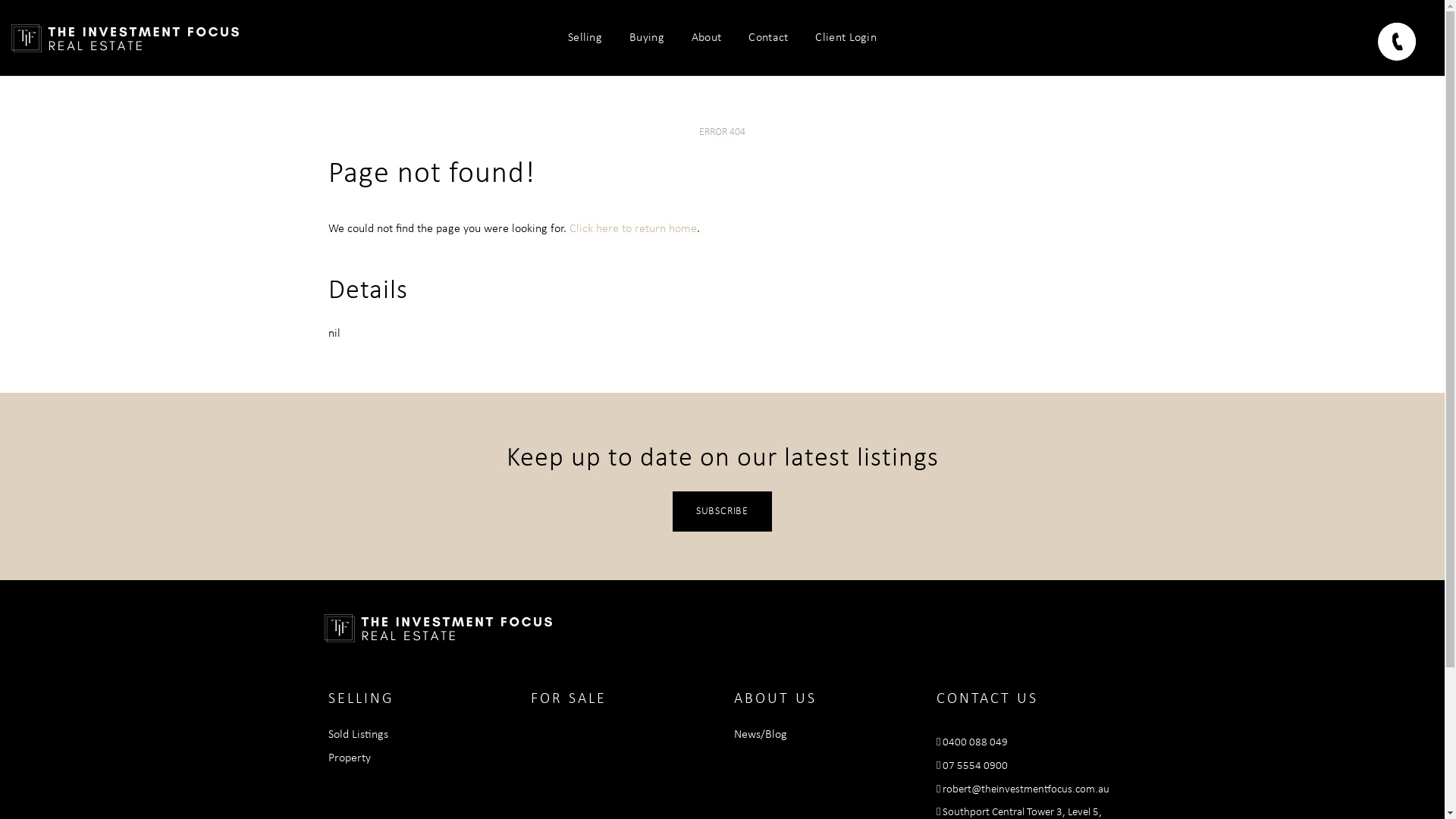  Describe the element at coordinates (632, 228) in the screenshot. I see `'Click here to return home'` at that location.